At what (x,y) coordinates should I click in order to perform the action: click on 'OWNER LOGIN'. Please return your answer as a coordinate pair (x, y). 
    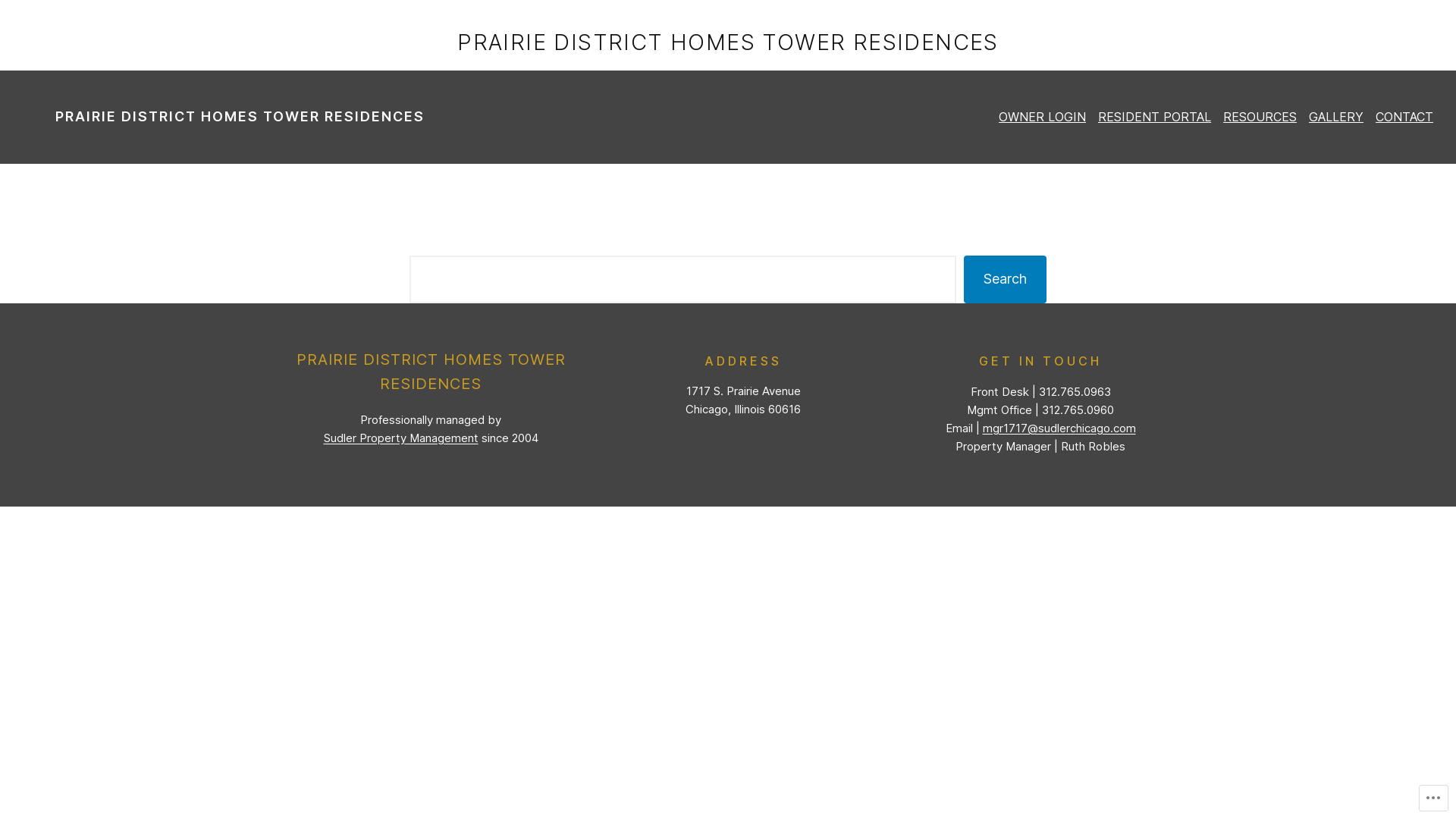
    Looking at the image, I should click on (1041, 116).